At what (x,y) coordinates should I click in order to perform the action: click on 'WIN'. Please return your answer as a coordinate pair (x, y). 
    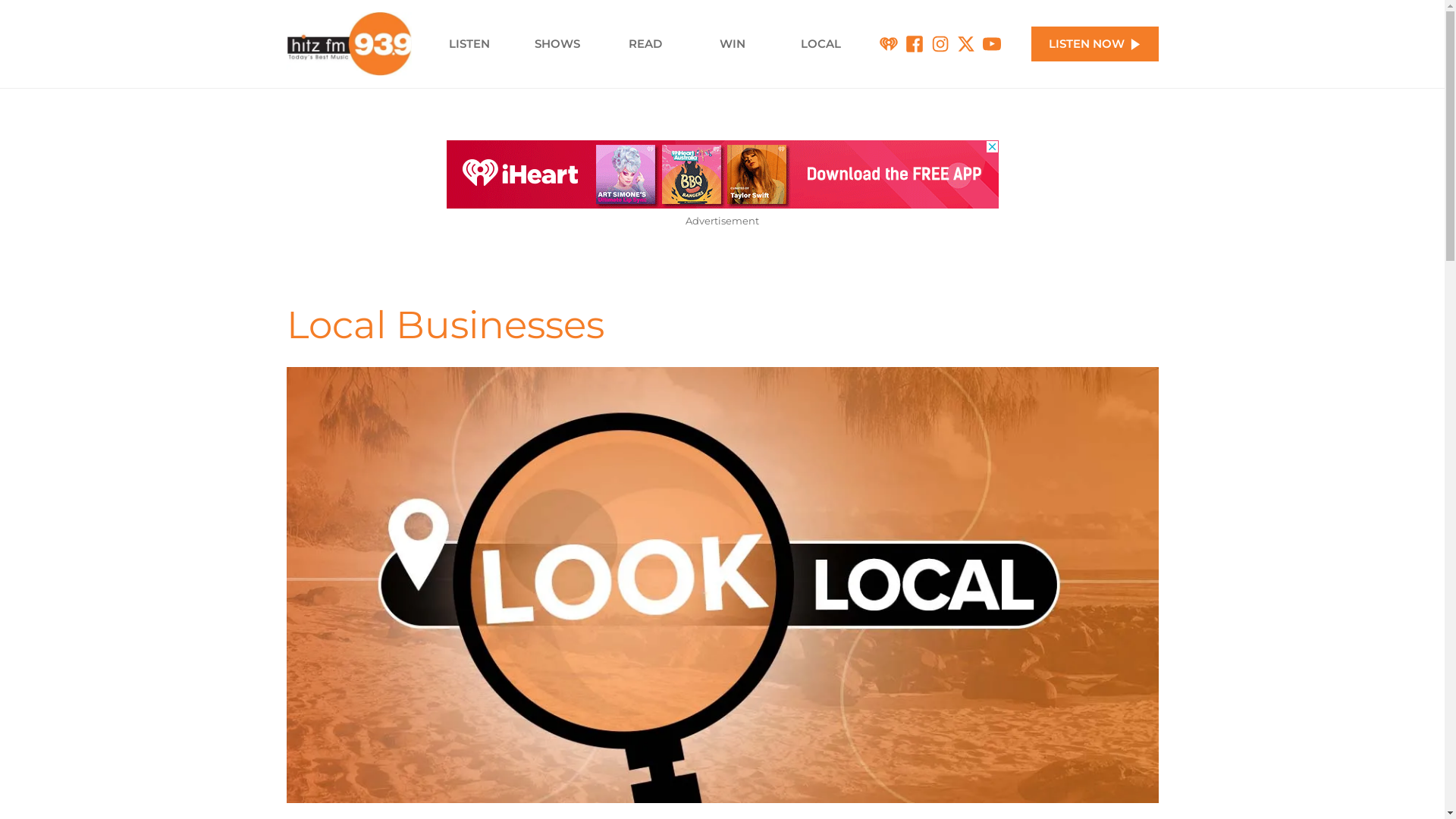
    Looking at the image, I should click on (733, 42).